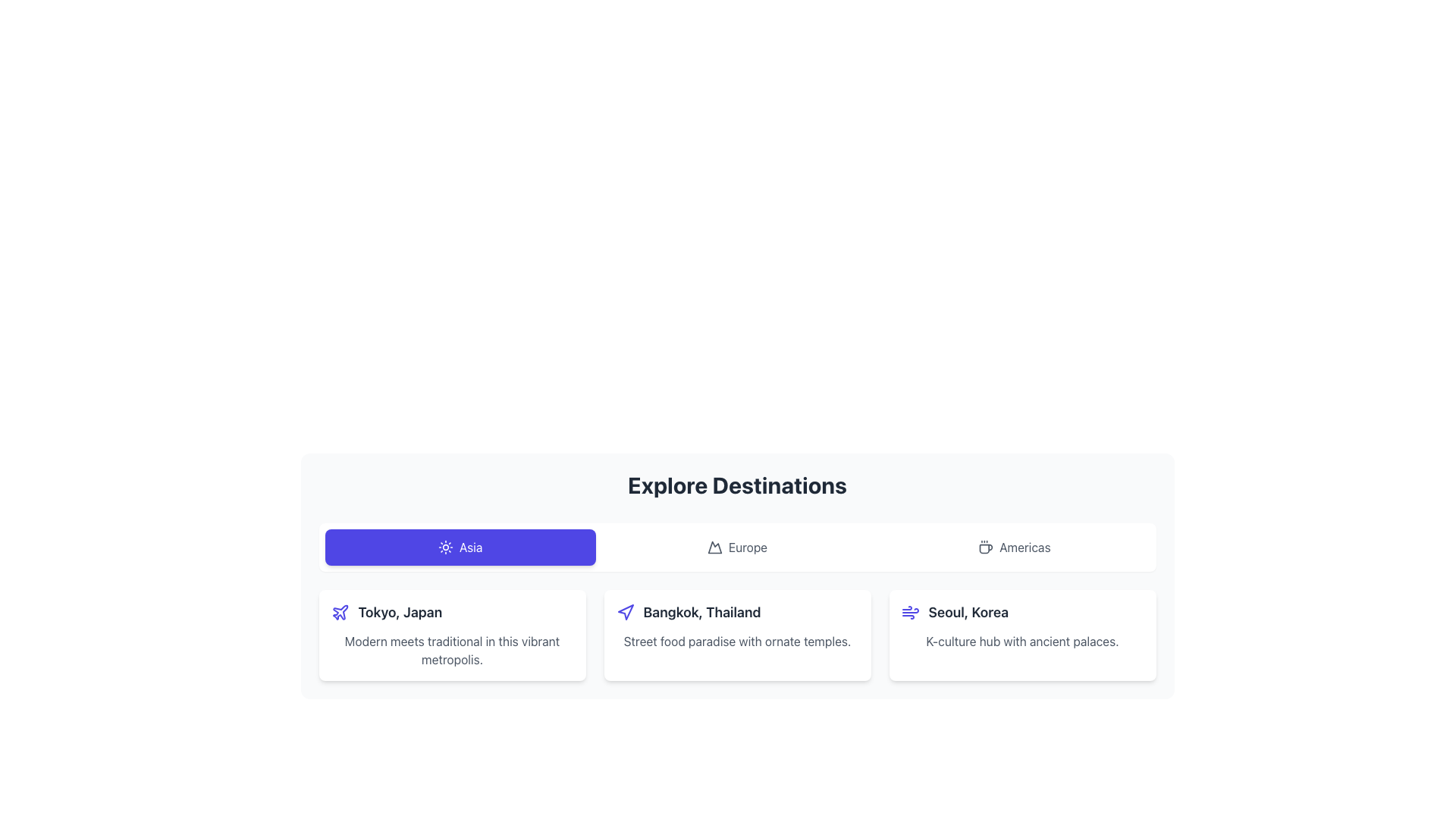 This screenshot has width=1456, height=819. What do you see at coordinates (748, 547) in the screenshot?
I see `the text label displaying 'Europe', which is centrally aligned and accompanied by a mountain icon on its left, for contextual information` at bounding box center [748, 547].